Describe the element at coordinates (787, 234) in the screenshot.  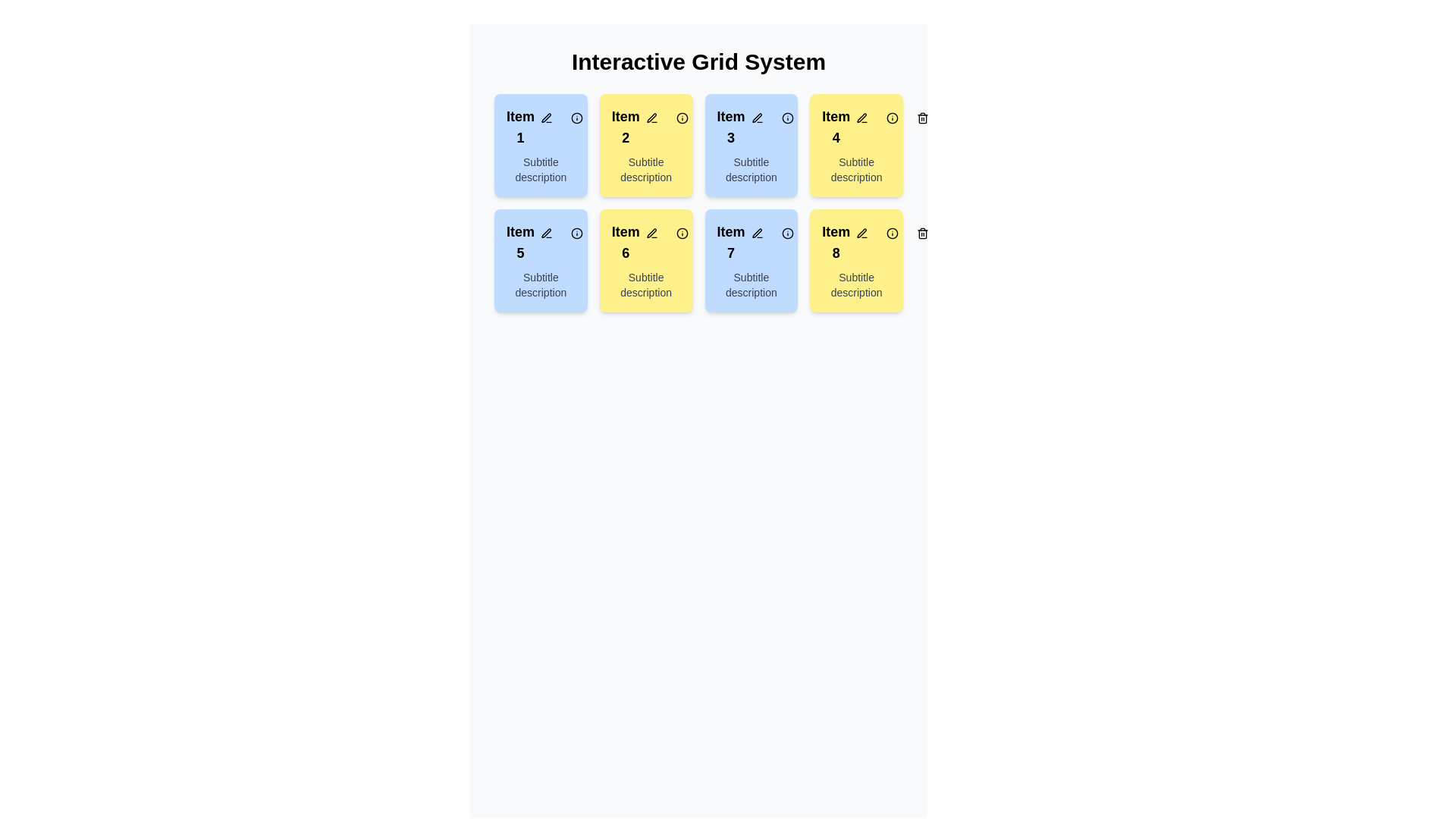
I see `the informational indicator button located in the second row, third column of the grid layout, positioned to the right of the 'edit' button for 'Item 7'` at that location.